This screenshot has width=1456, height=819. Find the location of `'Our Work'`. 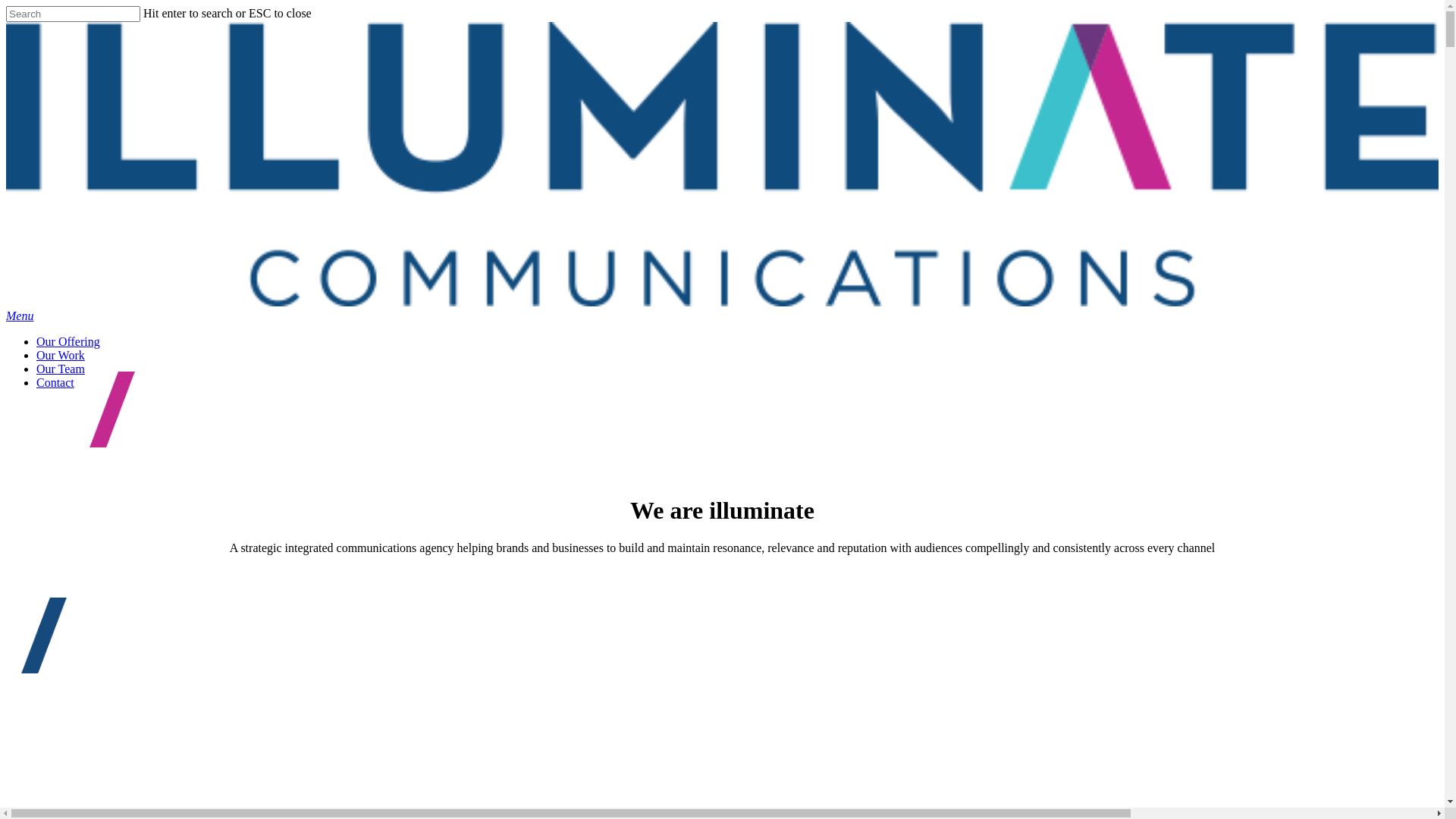

'Our Work' is located at coordinates (36, 355).